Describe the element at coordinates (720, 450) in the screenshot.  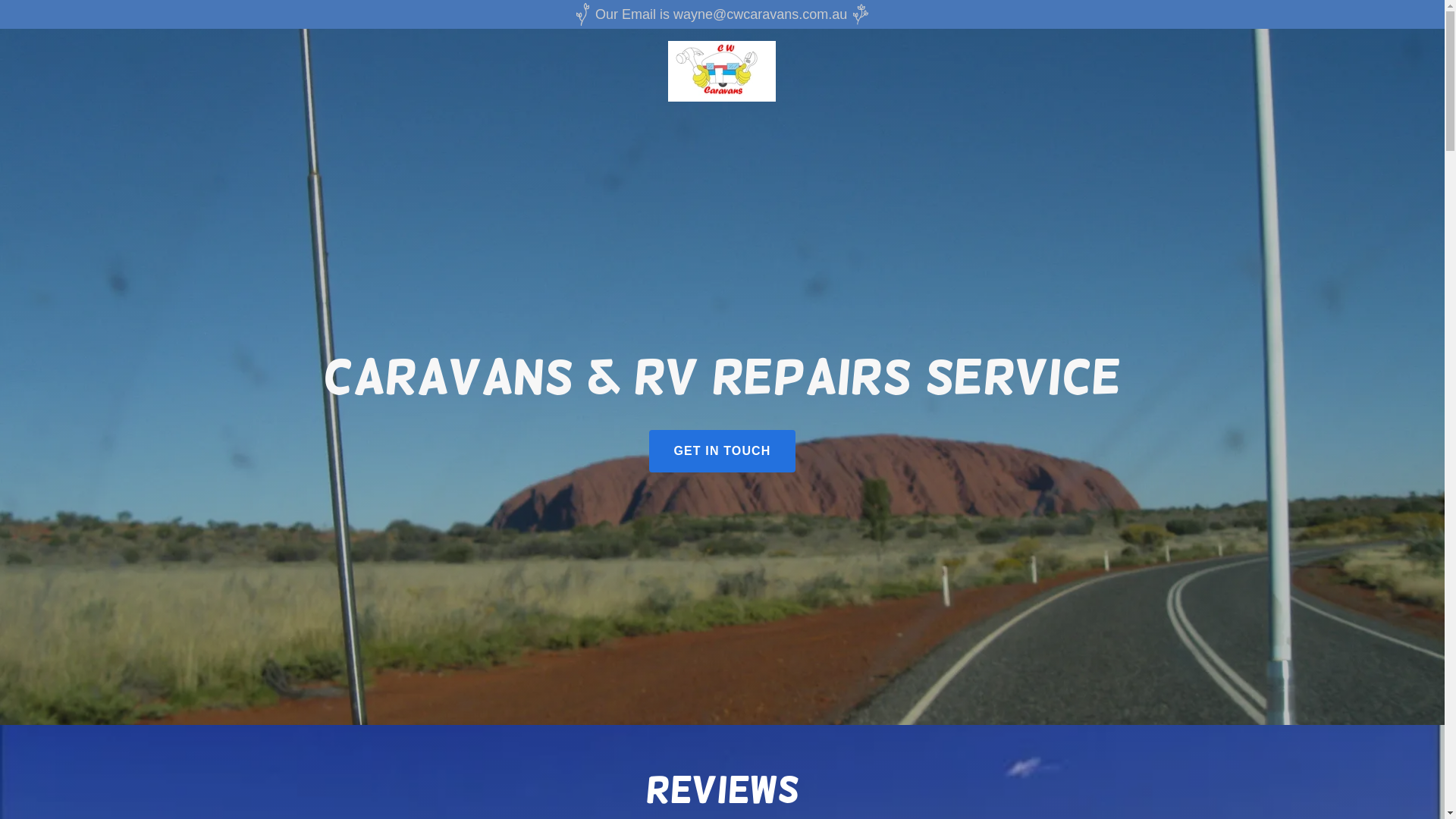
I see `'GET IN TOUCH'` at that location.